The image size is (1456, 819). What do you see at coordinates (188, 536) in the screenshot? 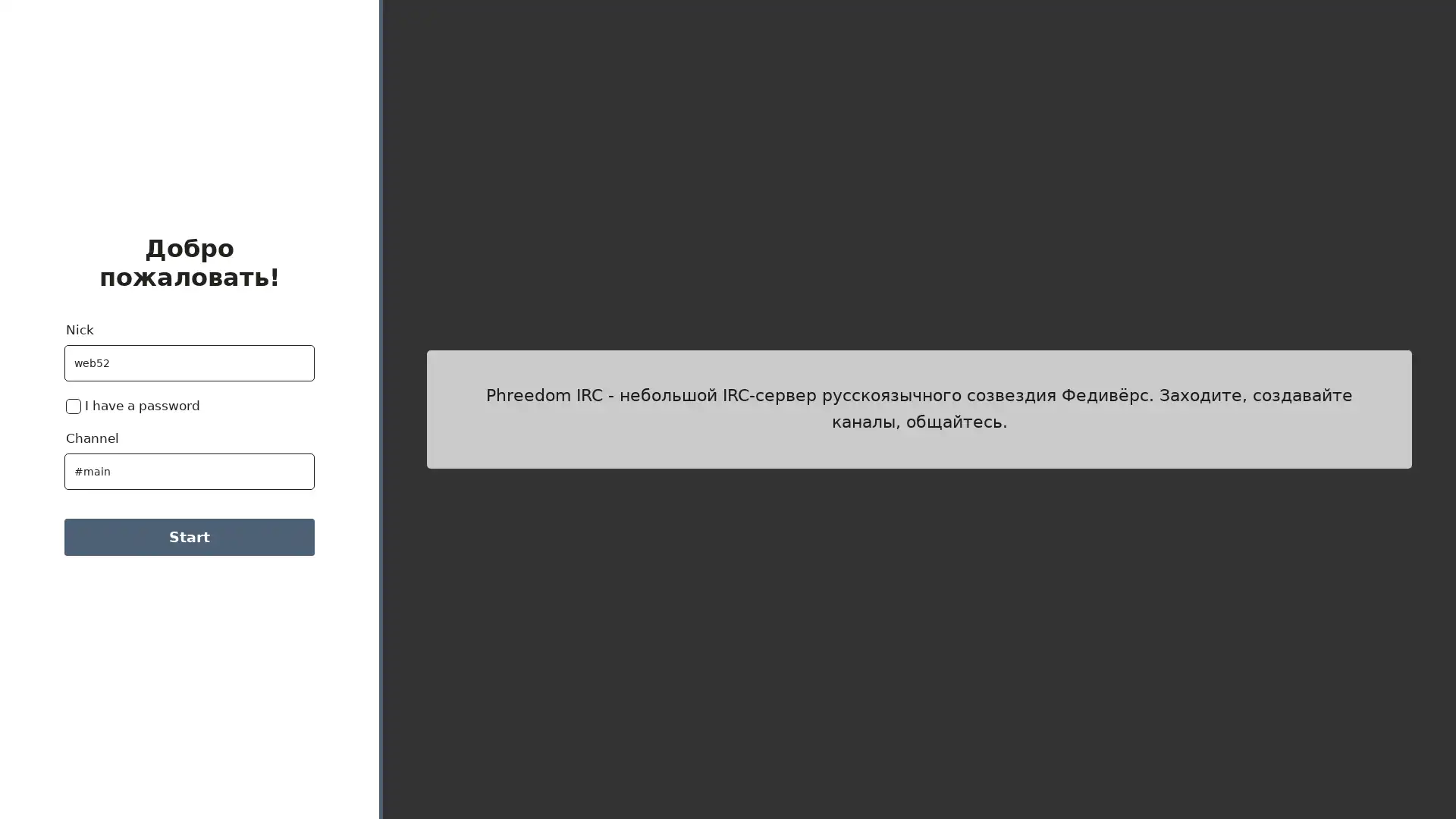
I see `Start` at bounding box center [188, 536].